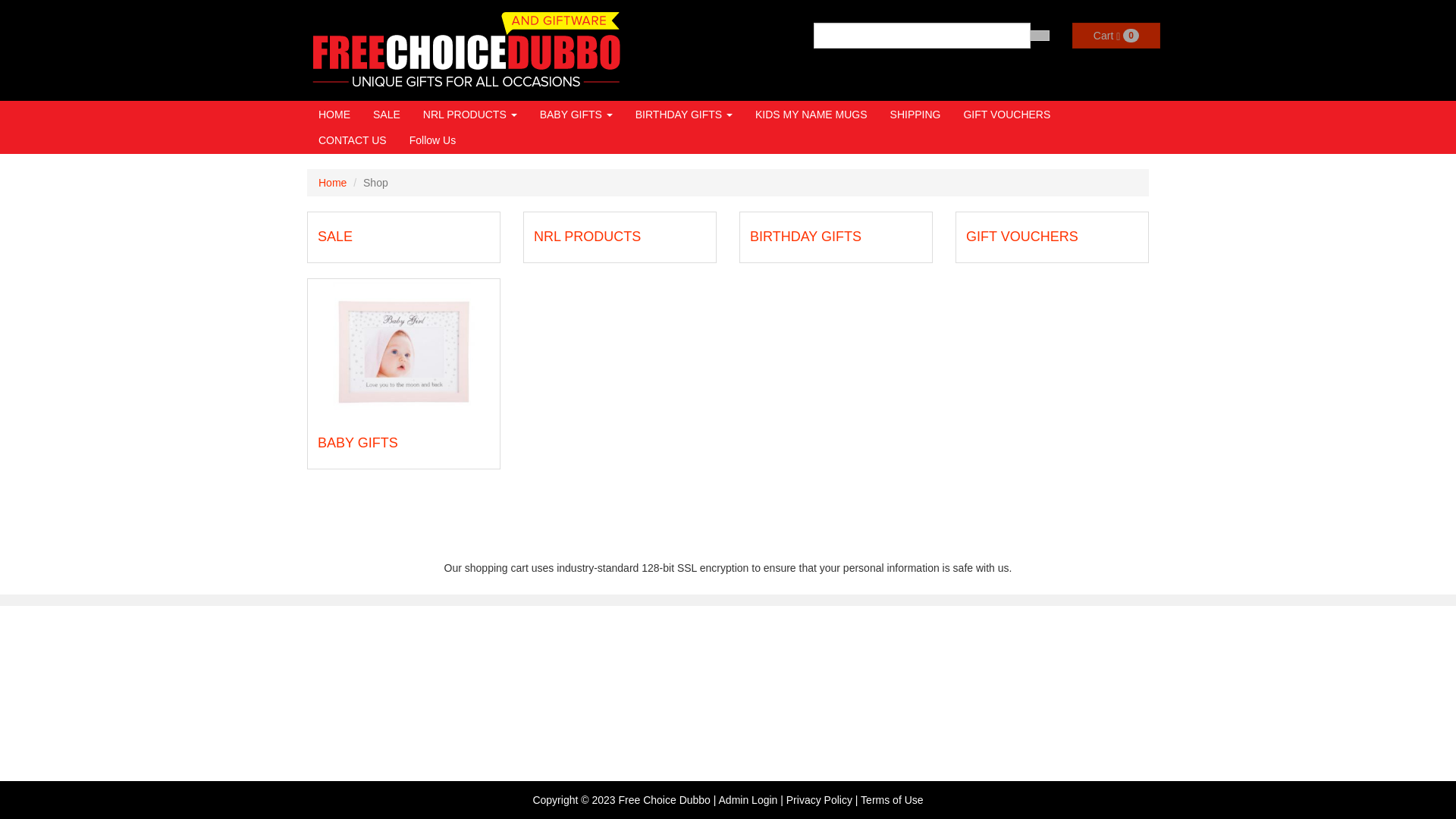 Image resolution: width=1456 pixels, height=819 pixels. I want to click on 'SALE', so click(334, 237).